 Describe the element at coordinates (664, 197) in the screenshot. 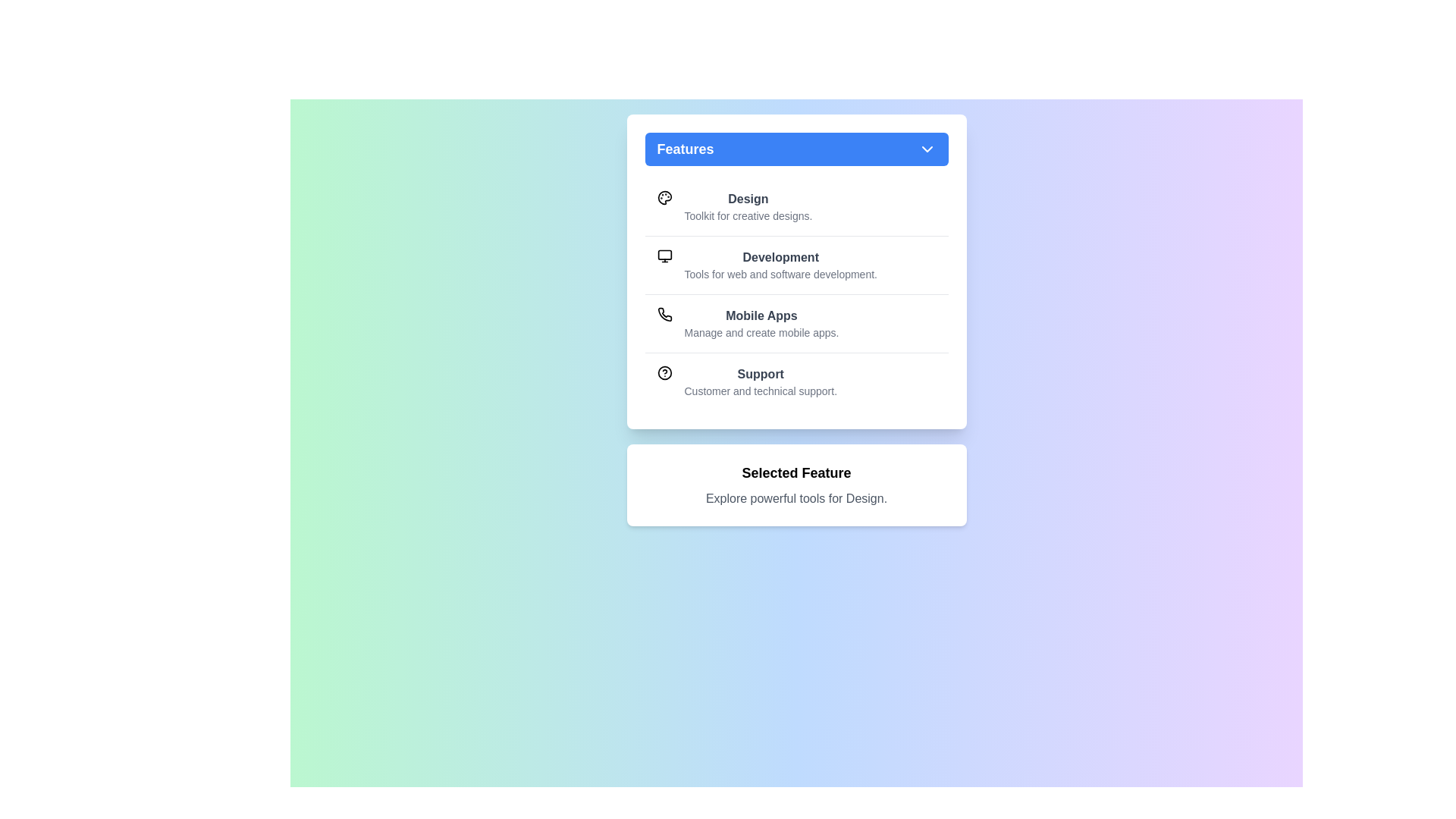

I see `the icon for the feature Design` at that location.